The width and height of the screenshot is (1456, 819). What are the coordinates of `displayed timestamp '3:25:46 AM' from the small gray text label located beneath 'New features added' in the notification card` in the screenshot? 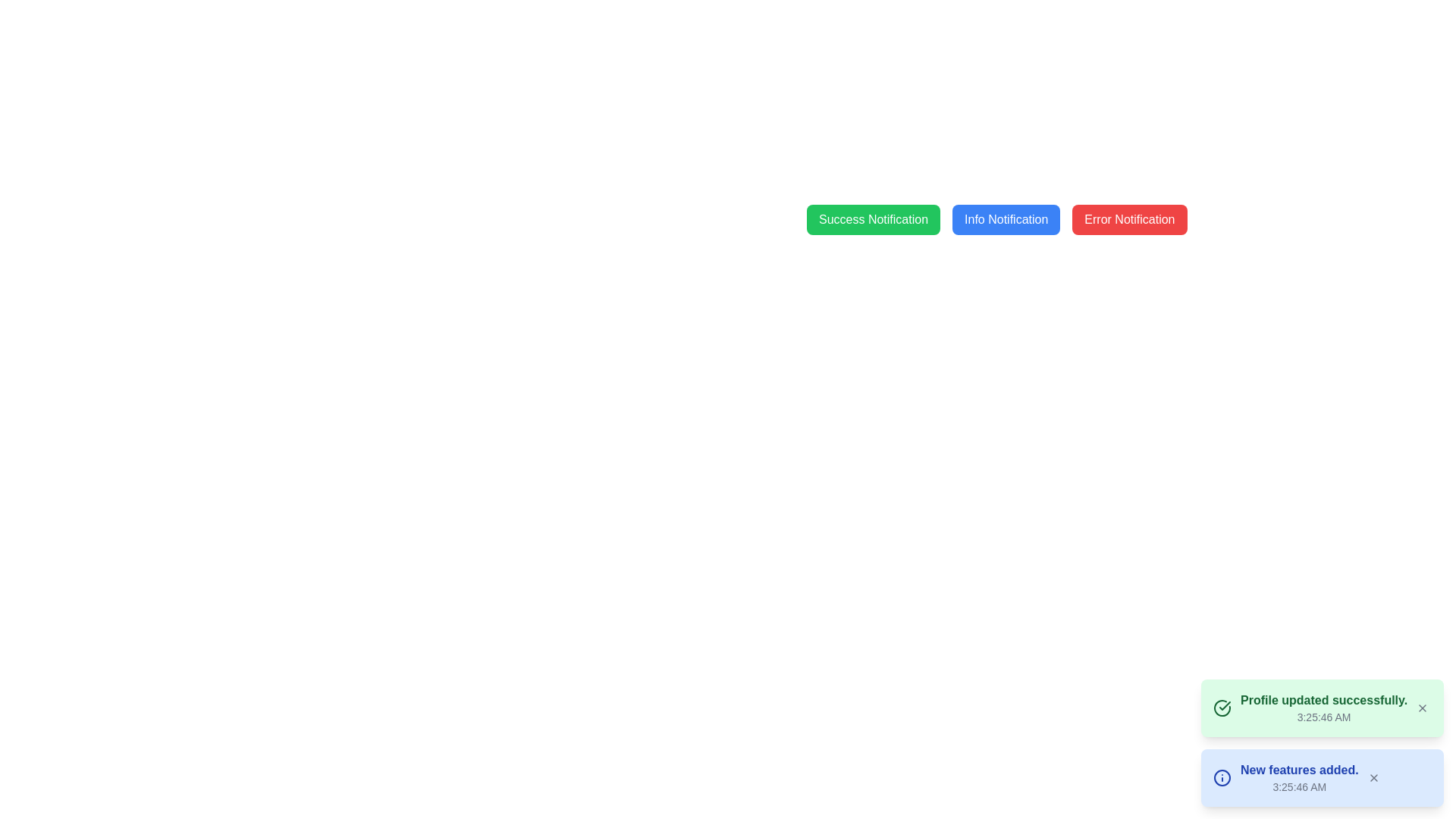 It's located at (1298, 786).